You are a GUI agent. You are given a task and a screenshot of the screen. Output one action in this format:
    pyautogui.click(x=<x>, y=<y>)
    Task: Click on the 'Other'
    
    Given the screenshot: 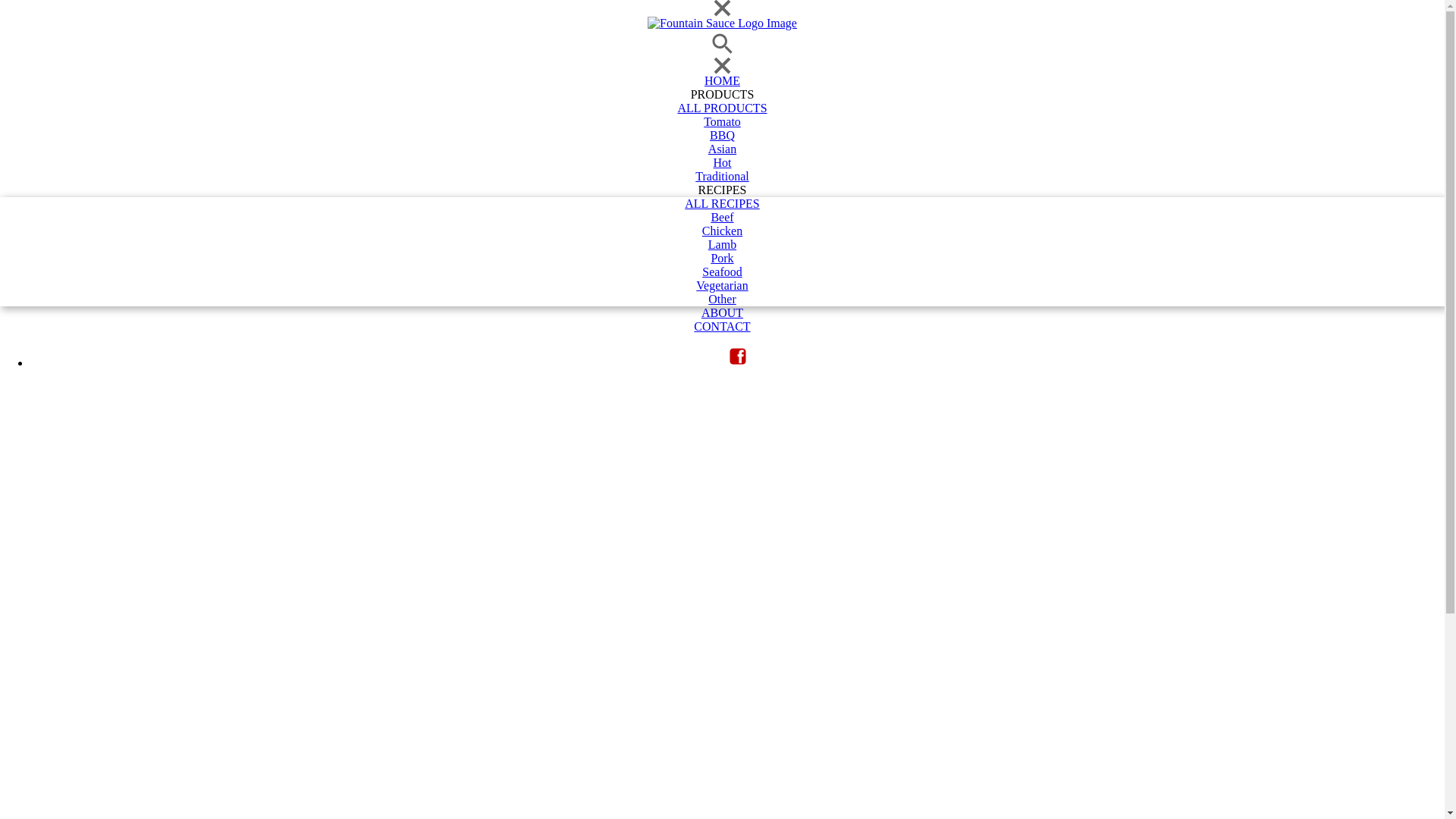 What is the action you would take?
    pyautogui.click(x=0, y=299)
    